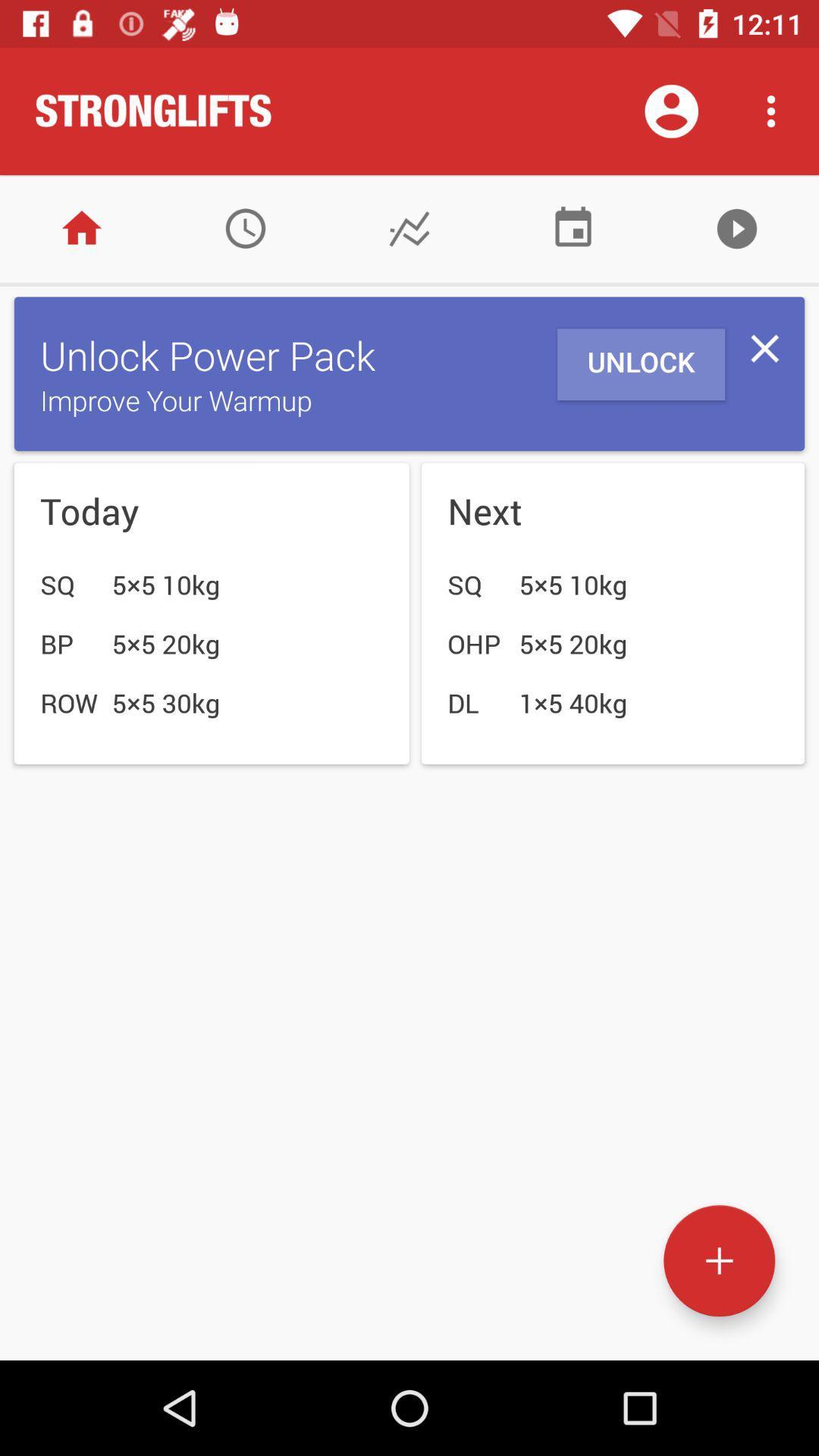 This screenshot has height=1456, width=819. What do you see at coordinates (573, 227) in the screenshot?
I see `workout schedule` at bounding box center [573, 227].